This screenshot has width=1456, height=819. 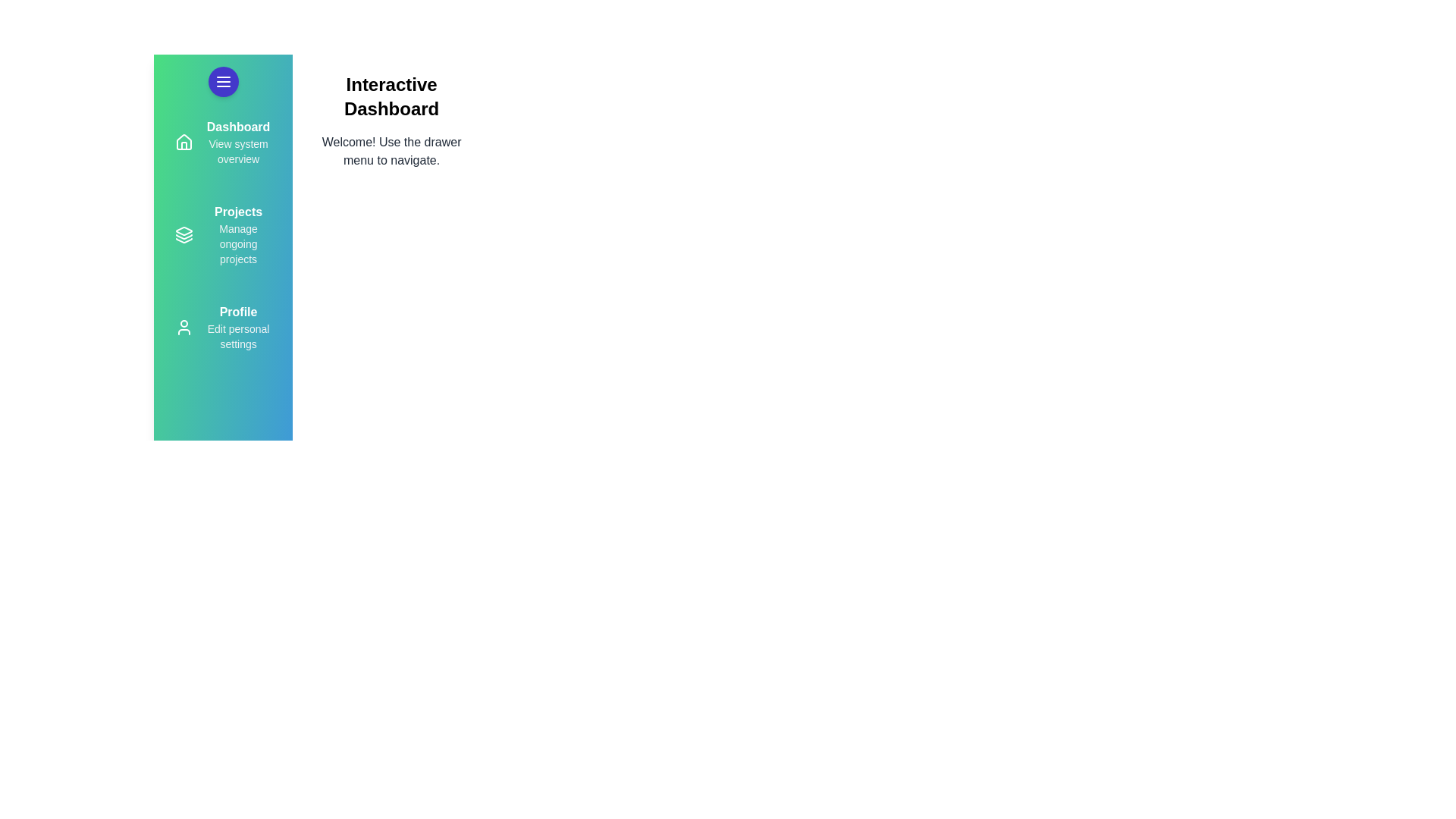 I want to click on the 'Dashboard' menu item, so click(x=237, y=127).